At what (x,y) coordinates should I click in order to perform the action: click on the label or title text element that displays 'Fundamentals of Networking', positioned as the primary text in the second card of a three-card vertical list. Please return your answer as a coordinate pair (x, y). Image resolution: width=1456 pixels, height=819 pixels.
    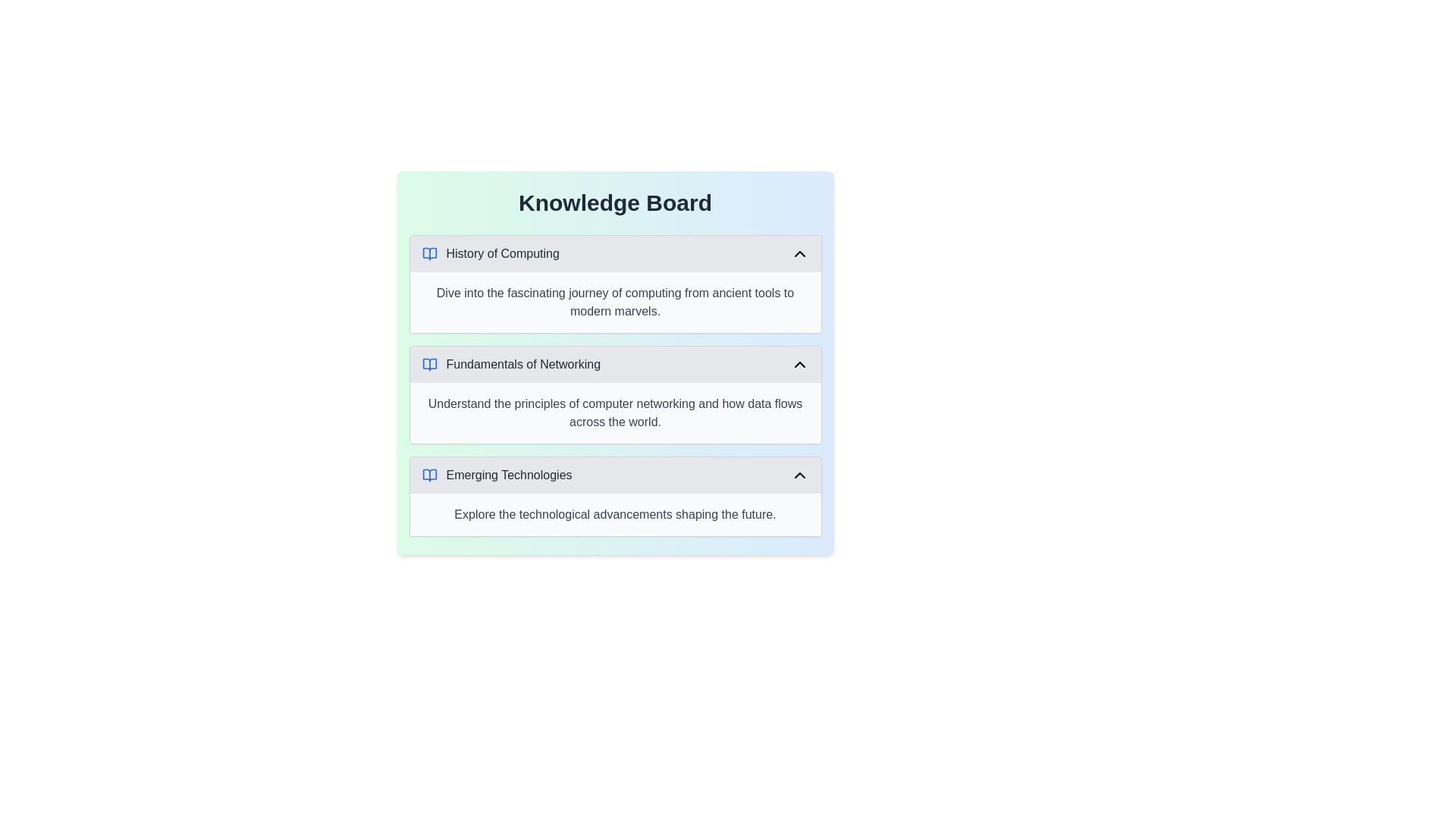
    Looking at the image, I should click on (511, 365).